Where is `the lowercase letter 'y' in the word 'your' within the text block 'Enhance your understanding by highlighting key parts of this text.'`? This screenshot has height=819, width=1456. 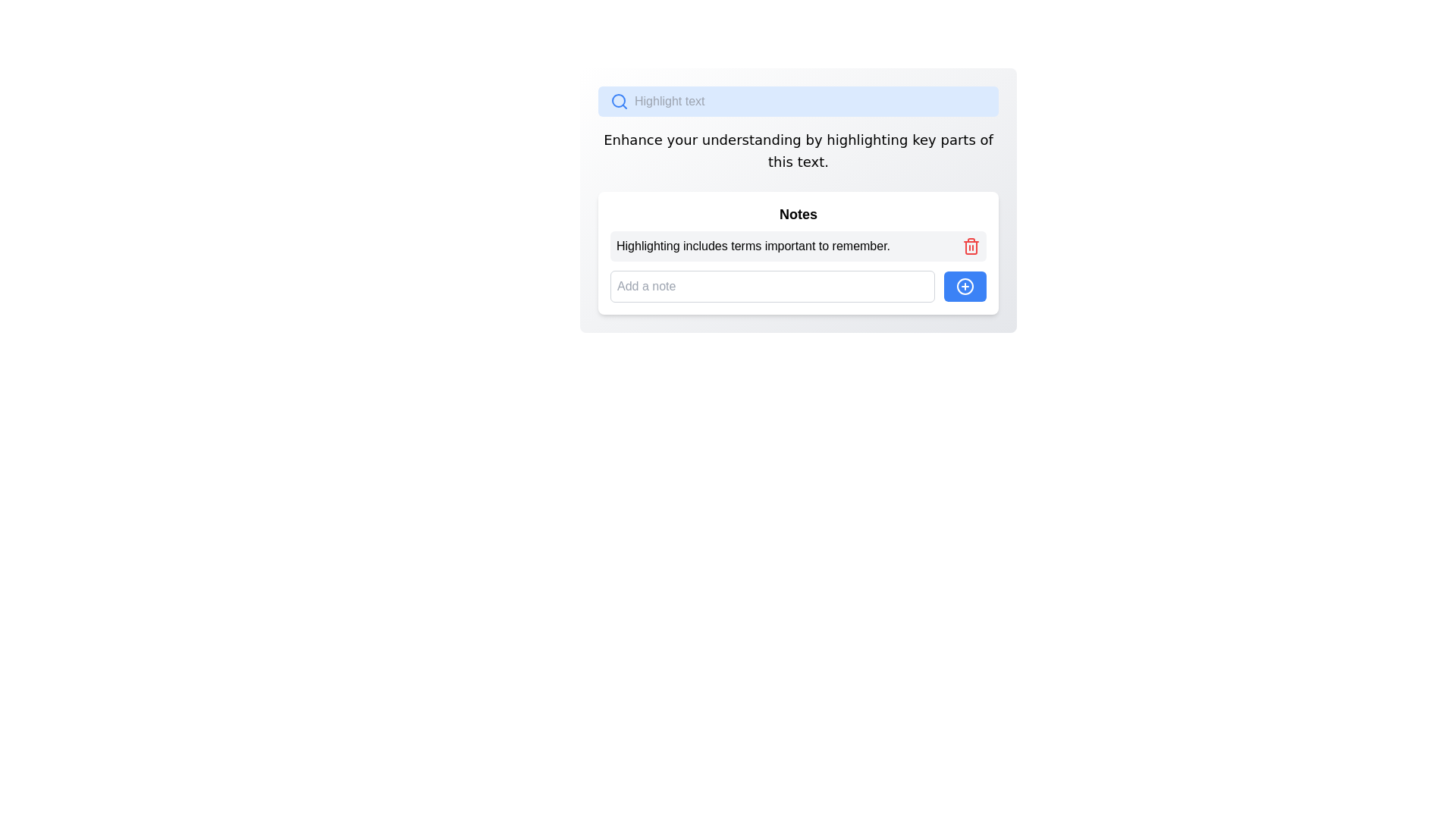 the lowercase letter 'y' in the word 'your' within the text block 'Enhance your understanding by highlighting key parts of this text.' is located at coordinates (670, 140).